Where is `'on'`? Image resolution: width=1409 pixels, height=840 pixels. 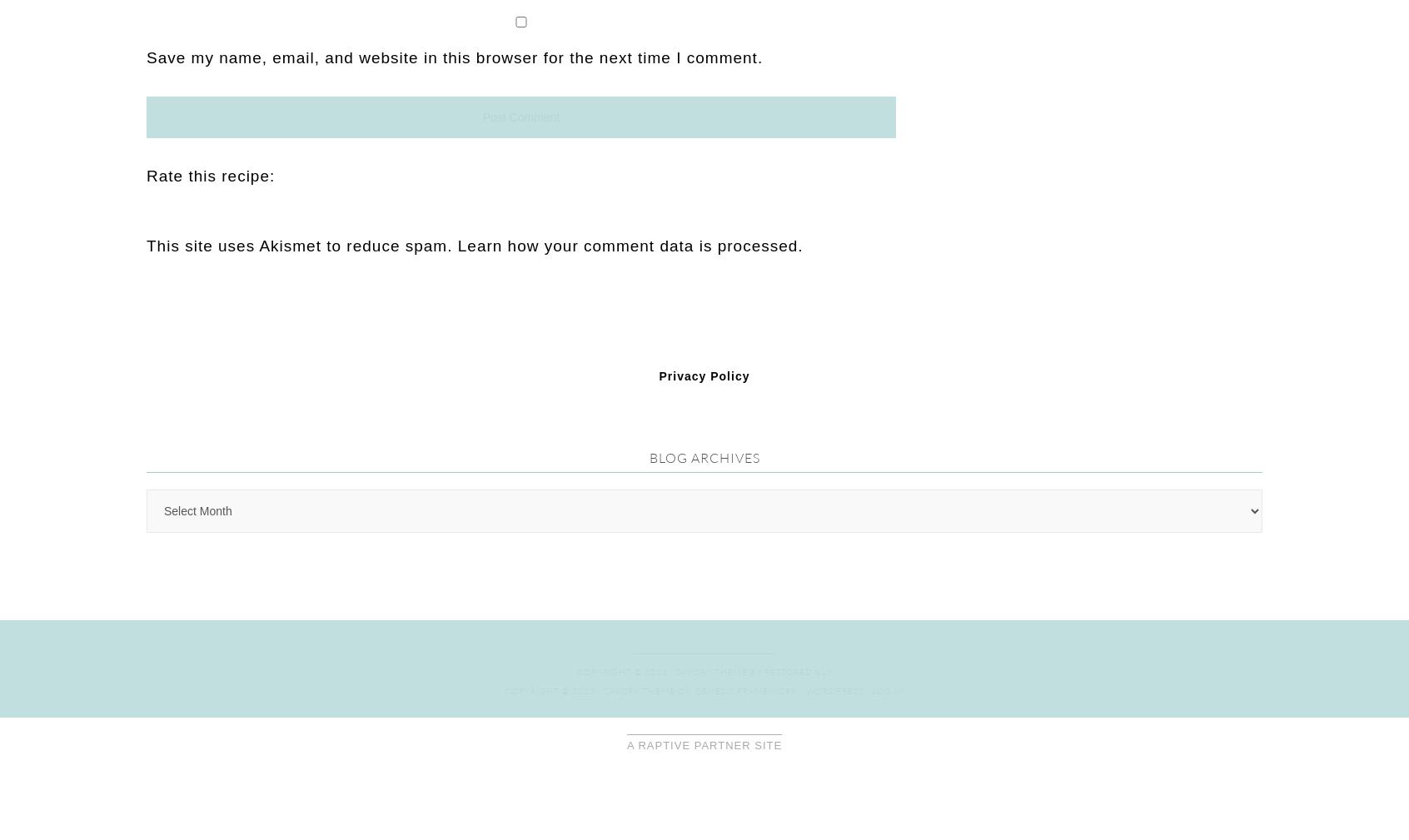 'on' is located at coordinates (685, 318).